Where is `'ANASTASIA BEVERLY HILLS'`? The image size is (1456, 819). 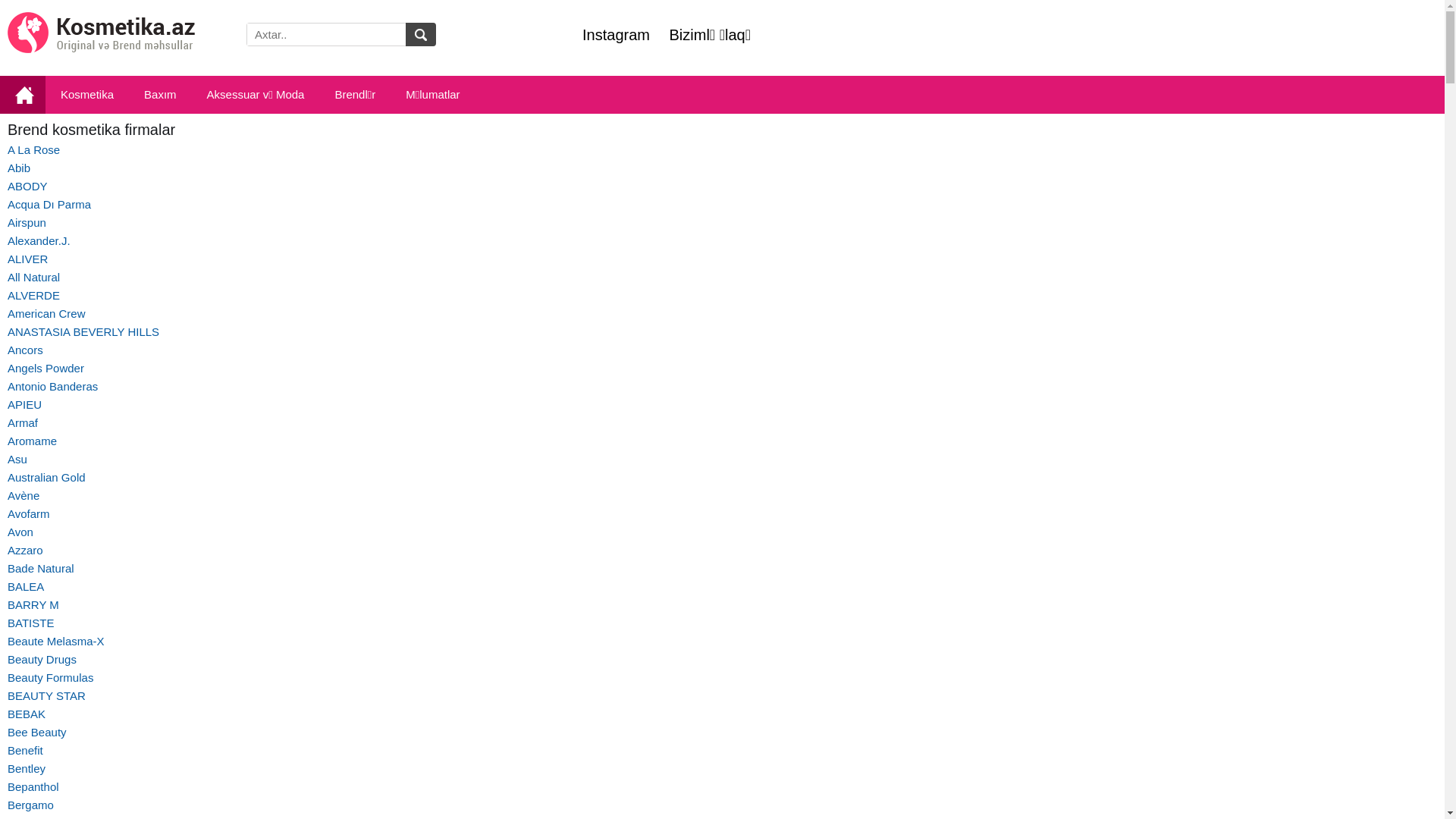
'ANASTASIA BEVERLY HILLS' is located at coordinates (83, 331).